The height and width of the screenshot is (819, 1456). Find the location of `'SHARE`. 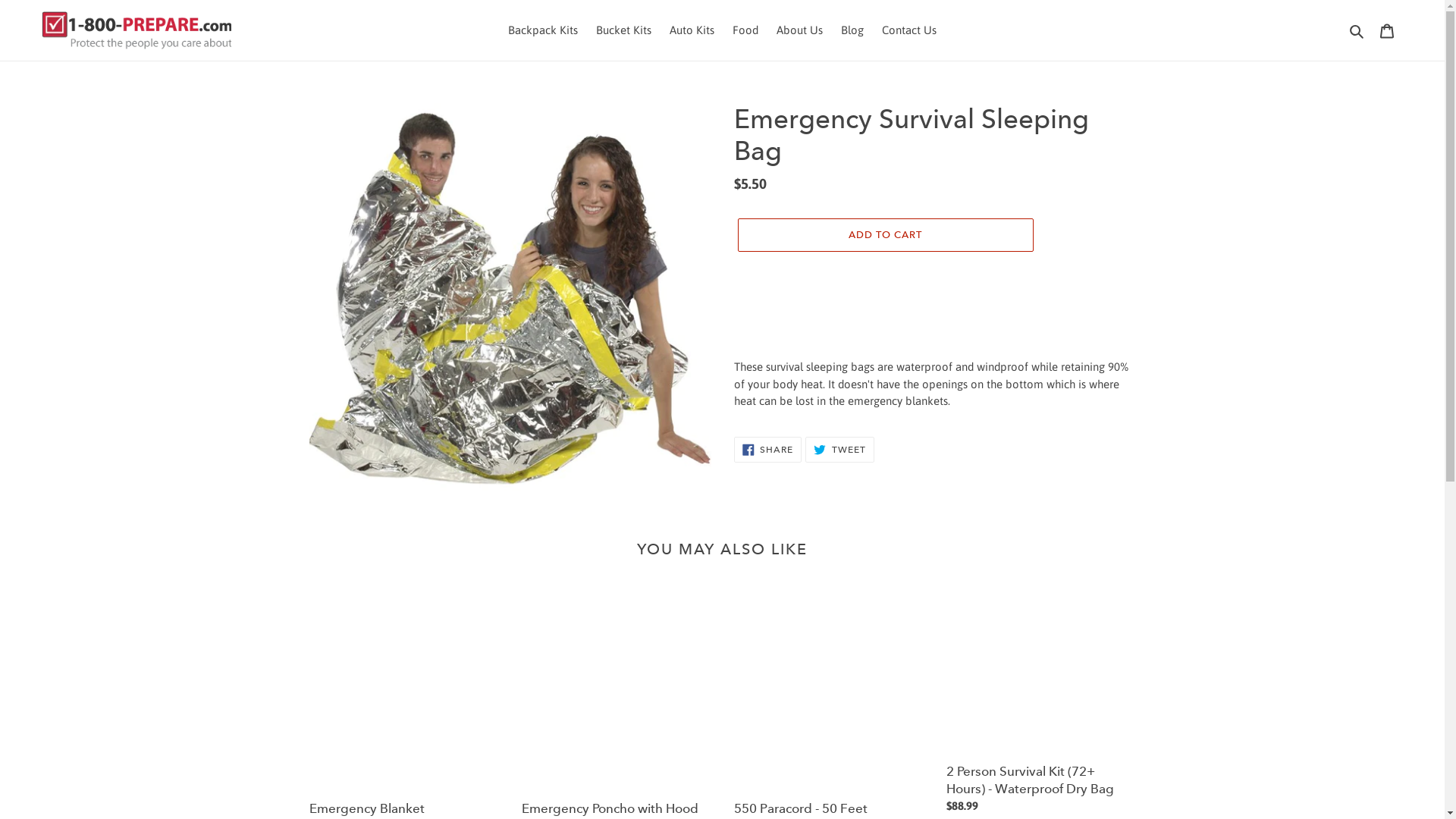

'SHARE is located at coordinates (767, 449).